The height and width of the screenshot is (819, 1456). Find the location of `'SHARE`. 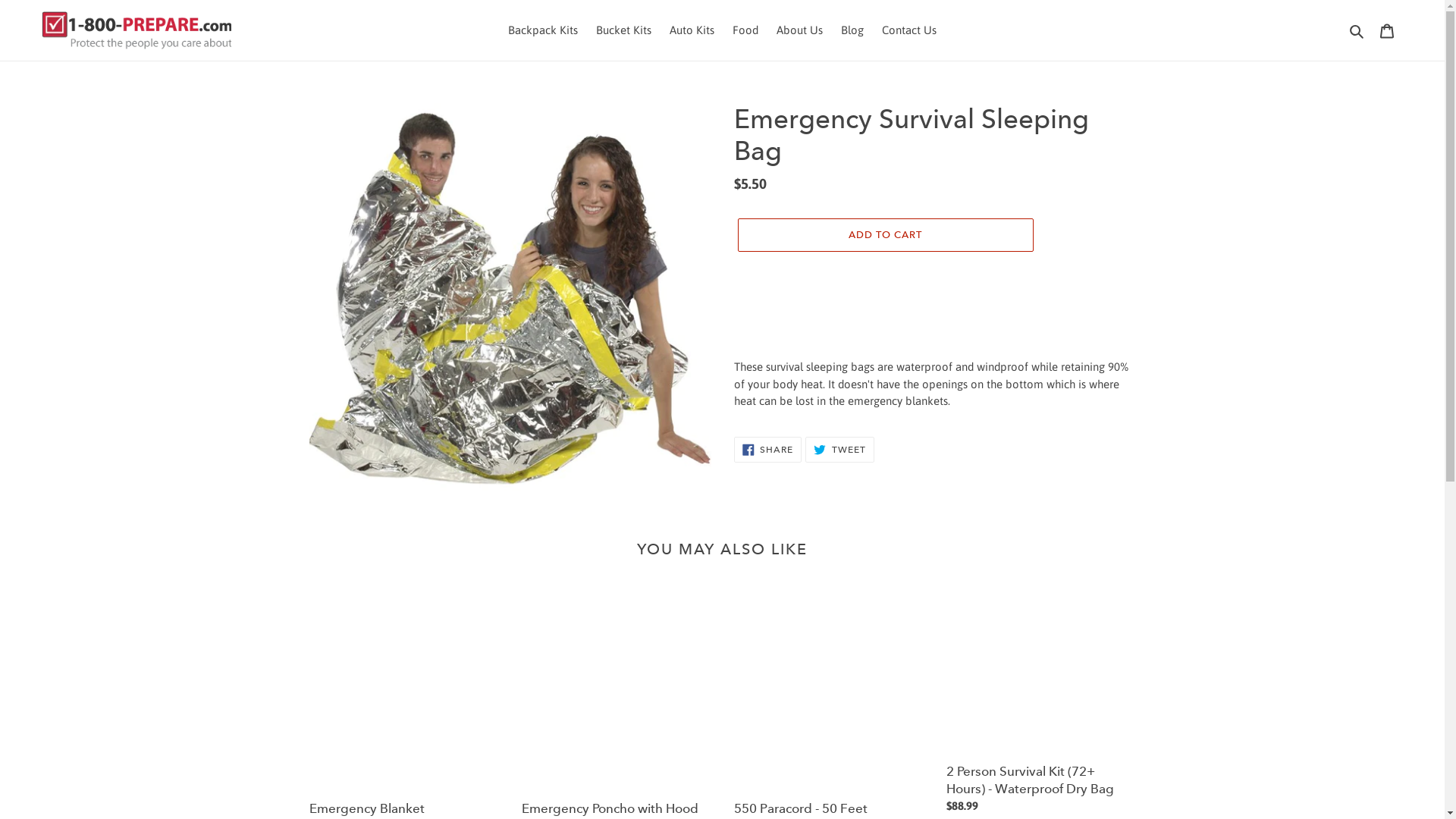

'SHARE is located at coordinates (767, 449).